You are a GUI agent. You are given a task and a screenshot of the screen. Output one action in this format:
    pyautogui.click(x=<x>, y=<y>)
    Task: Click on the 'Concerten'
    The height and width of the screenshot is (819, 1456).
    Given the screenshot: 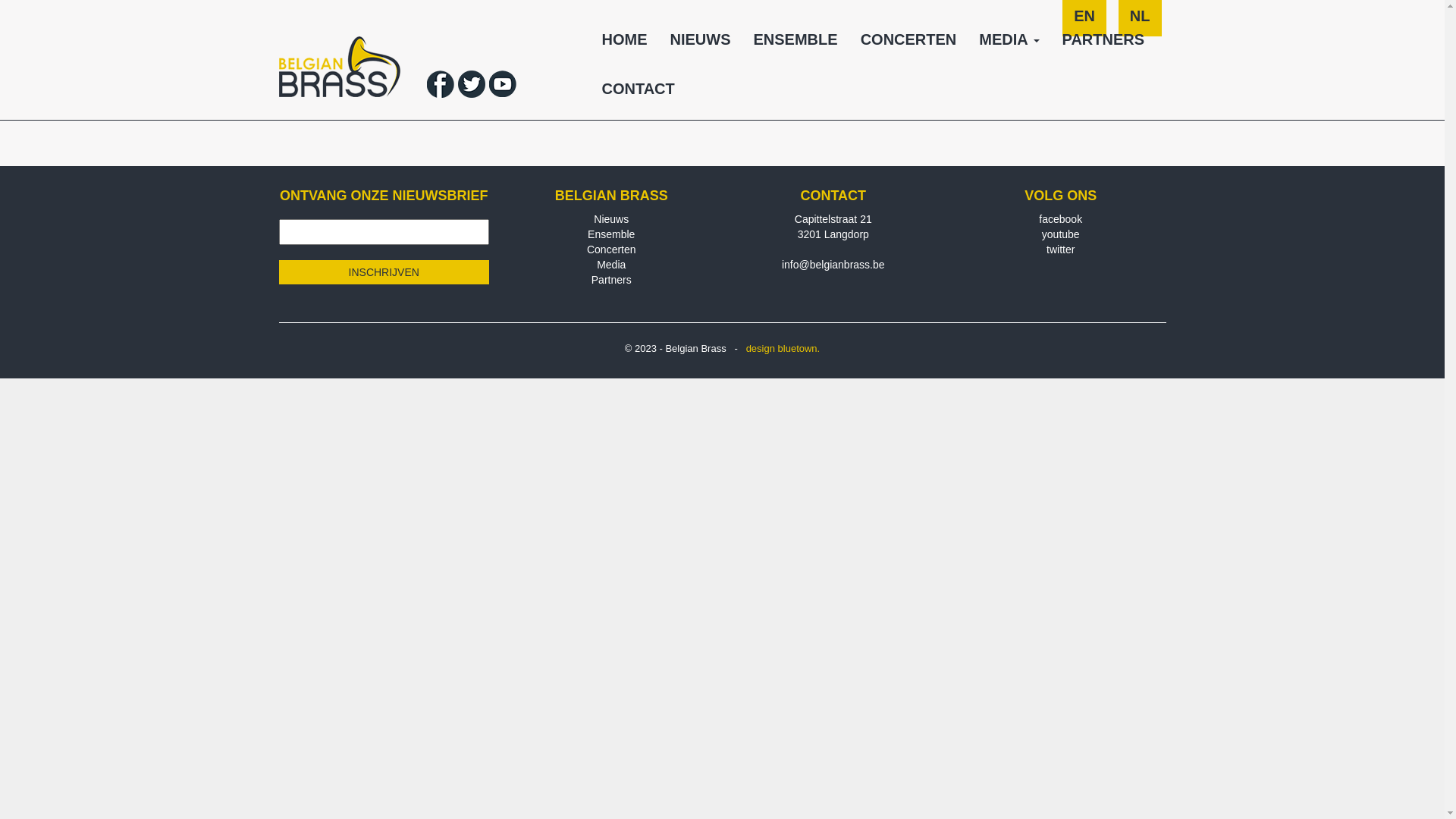 What is the action you would take?
    pyautogui.click(x=611, y=248)
    